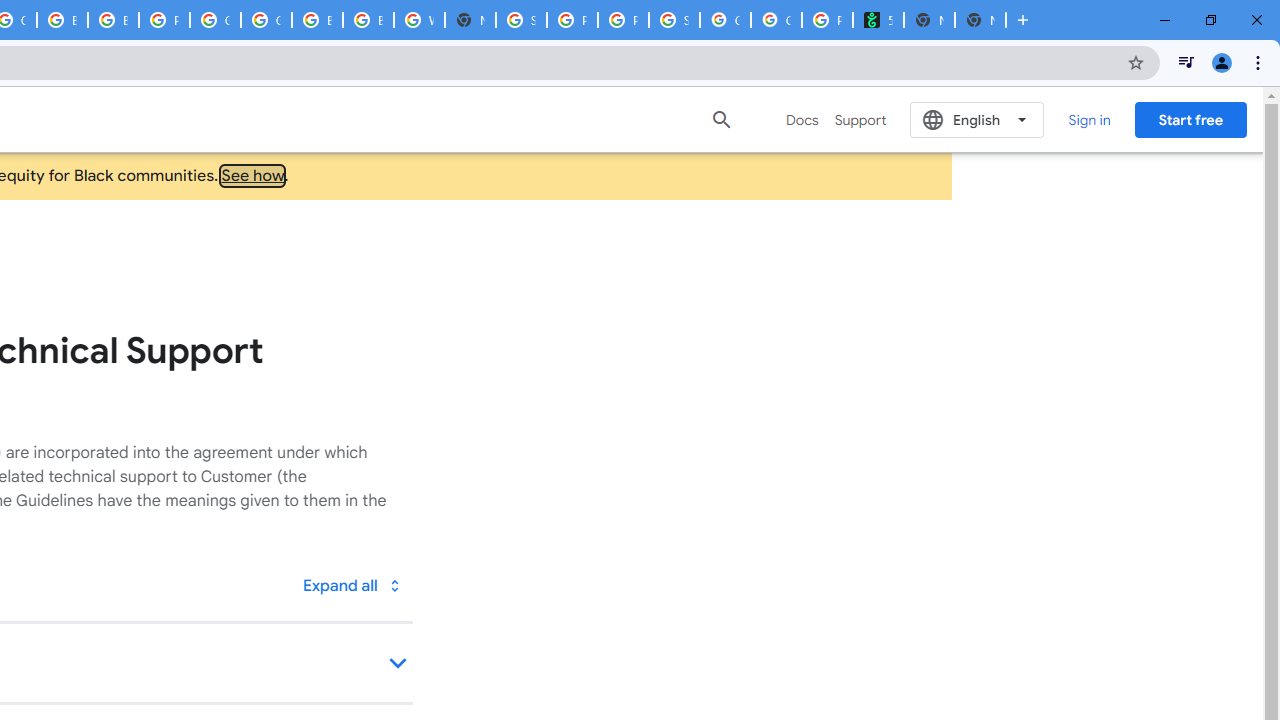 This screenshot has width=1280, height=720. What do you see at coordinates (520, 20) in the screenshot?
I see `'Sign in - Google Accounts'` at bounding box center [520, 20].